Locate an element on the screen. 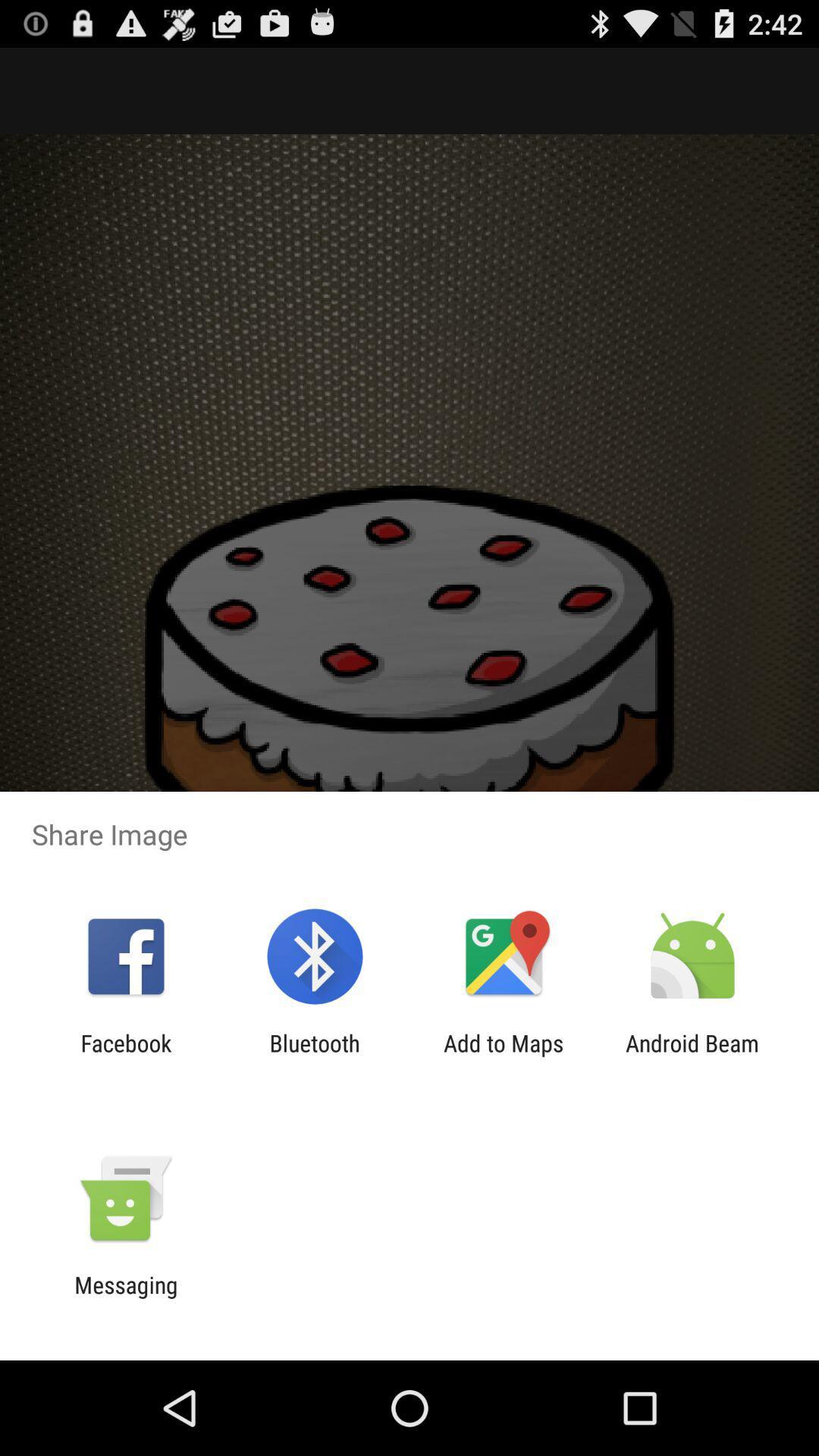 The width and height of the screenshot is (819, 1456). the messaging icon is located at coordinates (125, 1298).